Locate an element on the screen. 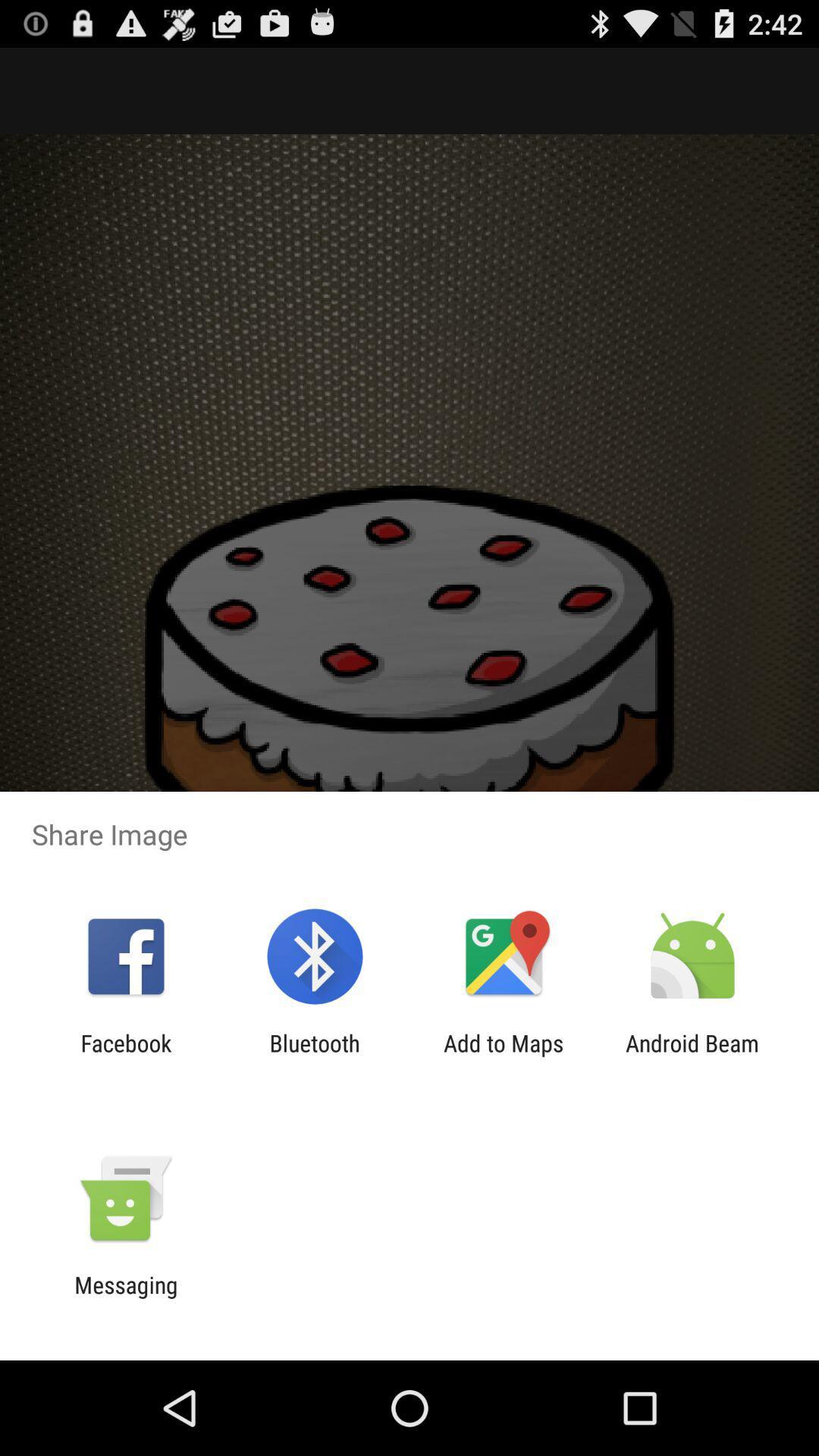 The width and height of the screenshot is (819, 1456). the messaging icon is located at coordinates (125, 1298).